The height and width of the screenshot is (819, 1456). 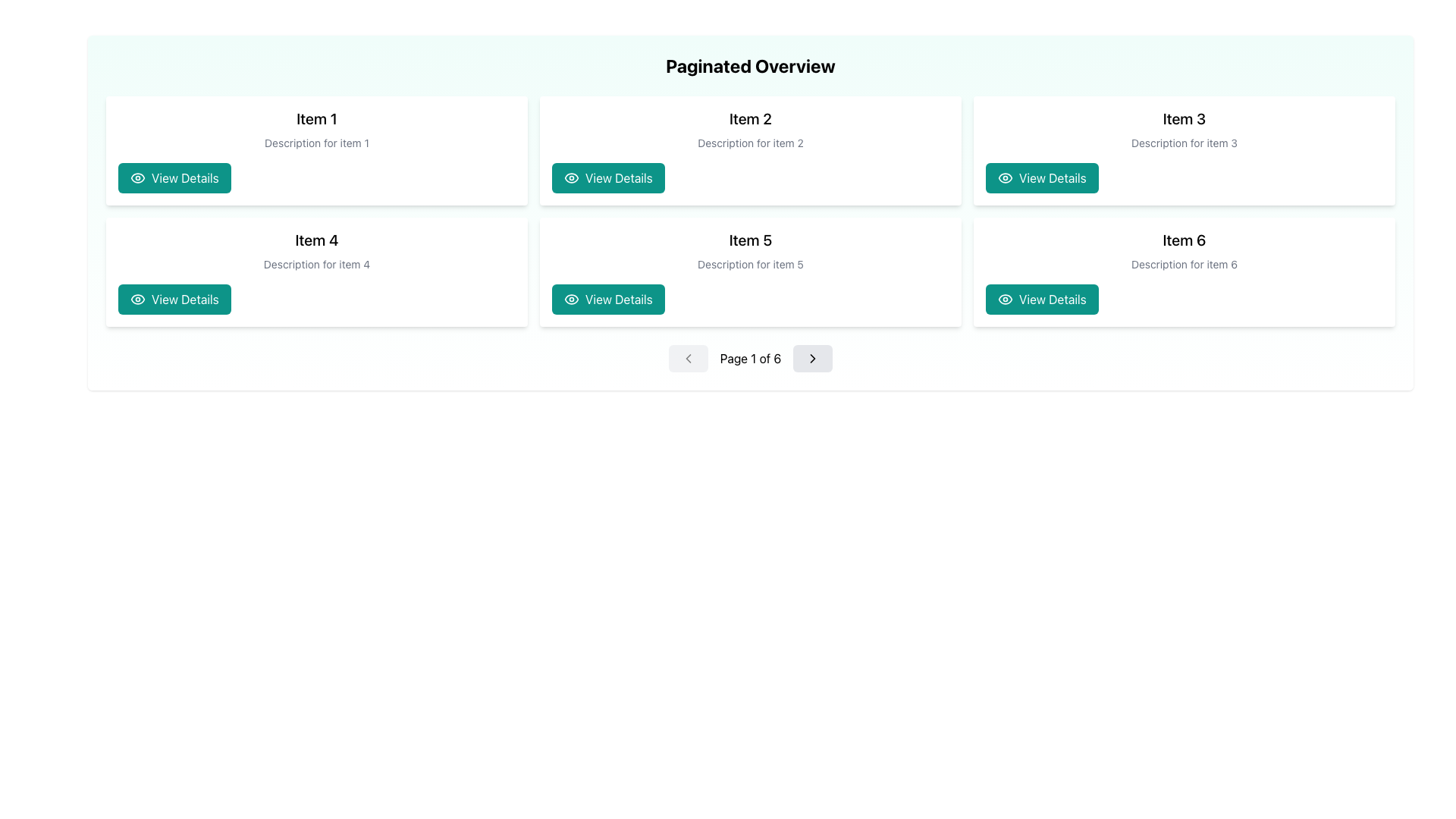 I want to click on the eye-shaped icon button labeled 'View Details' associated with 'Item 5', located in the middle row, second column of the interface layout, so click(x=570, y=299).